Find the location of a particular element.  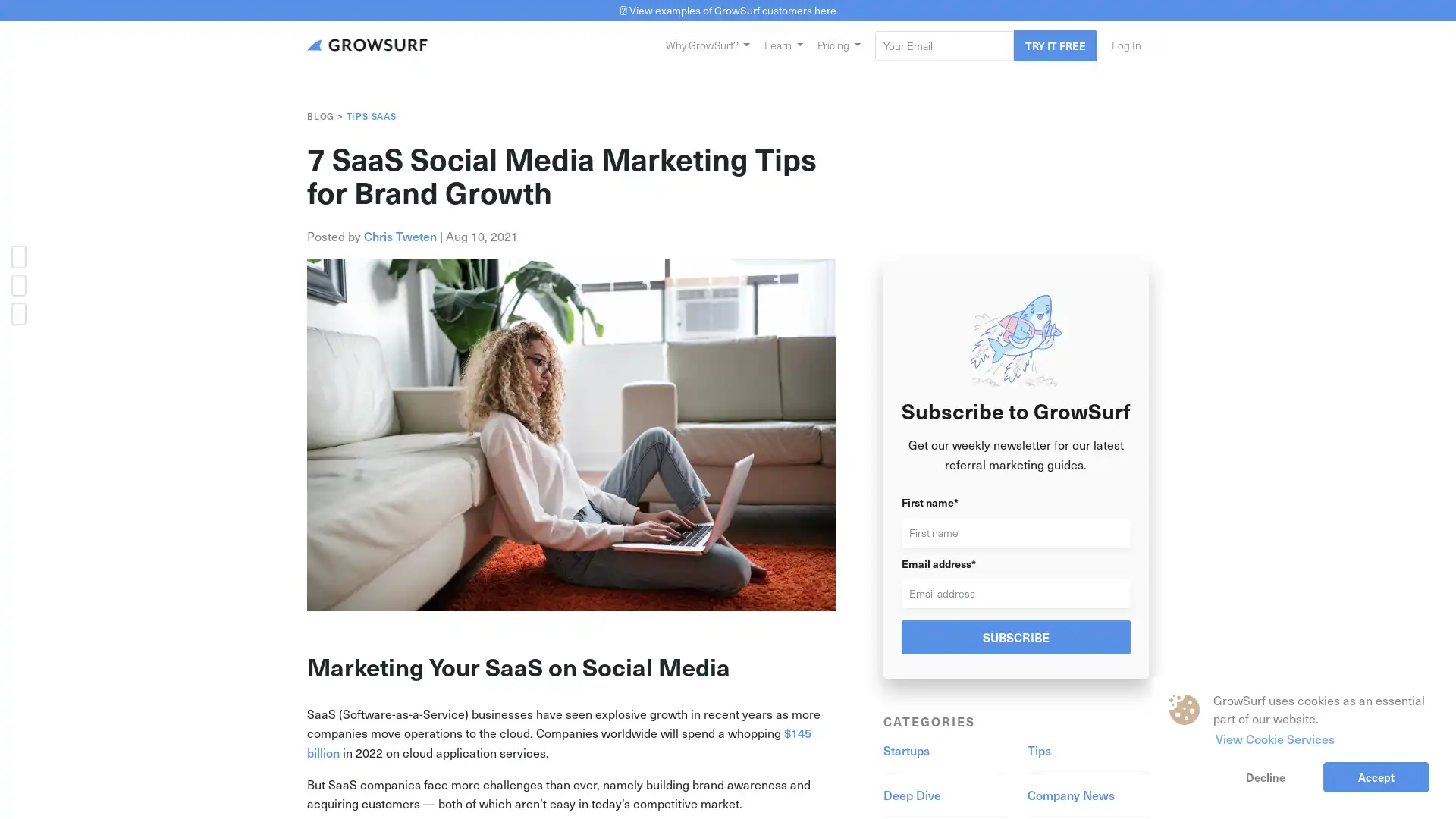

dismiss cookie message is located at coordinates (1265, 777).